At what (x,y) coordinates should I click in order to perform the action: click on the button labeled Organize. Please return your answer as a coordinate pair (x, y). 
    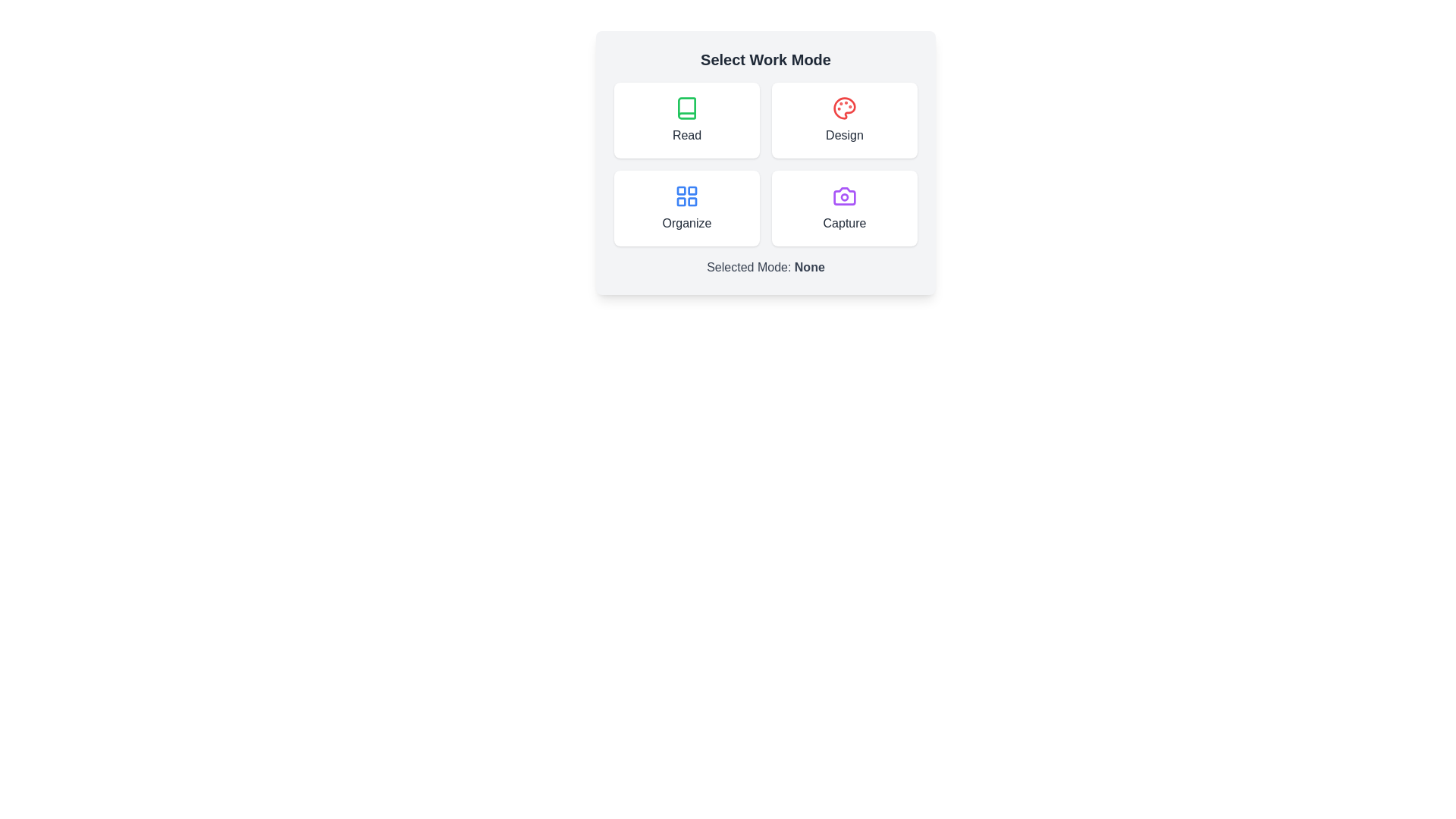
    Looking at the image, I should click on (686, 208).